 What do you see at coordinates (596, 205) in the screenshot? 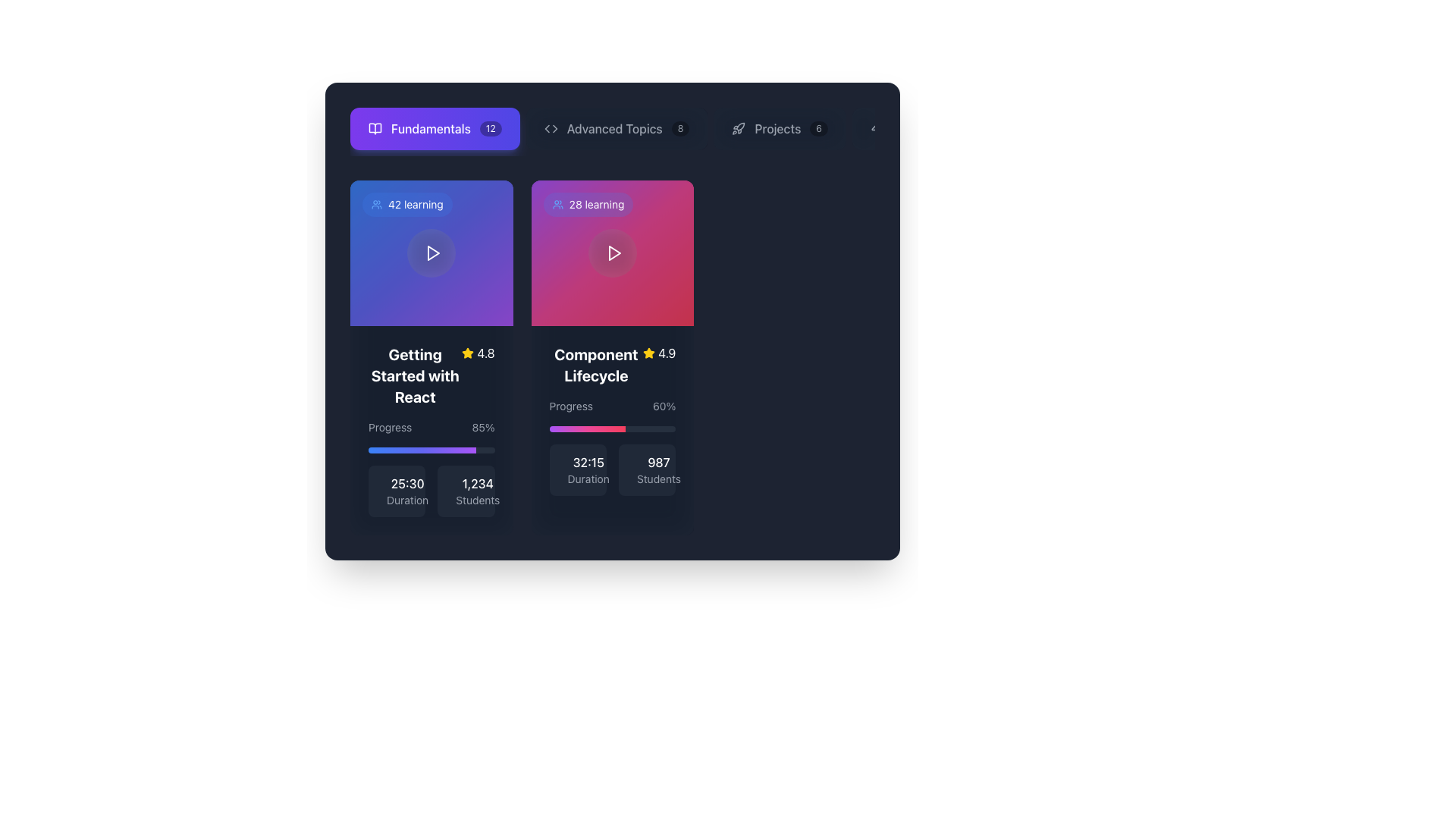
I see `the non-interactive text element displaying '28 learning' in white, located within the vibrant gradient background of the 'Component Lifecycle' card, to potentially reveal additional information` at bounding box center [596, 205].